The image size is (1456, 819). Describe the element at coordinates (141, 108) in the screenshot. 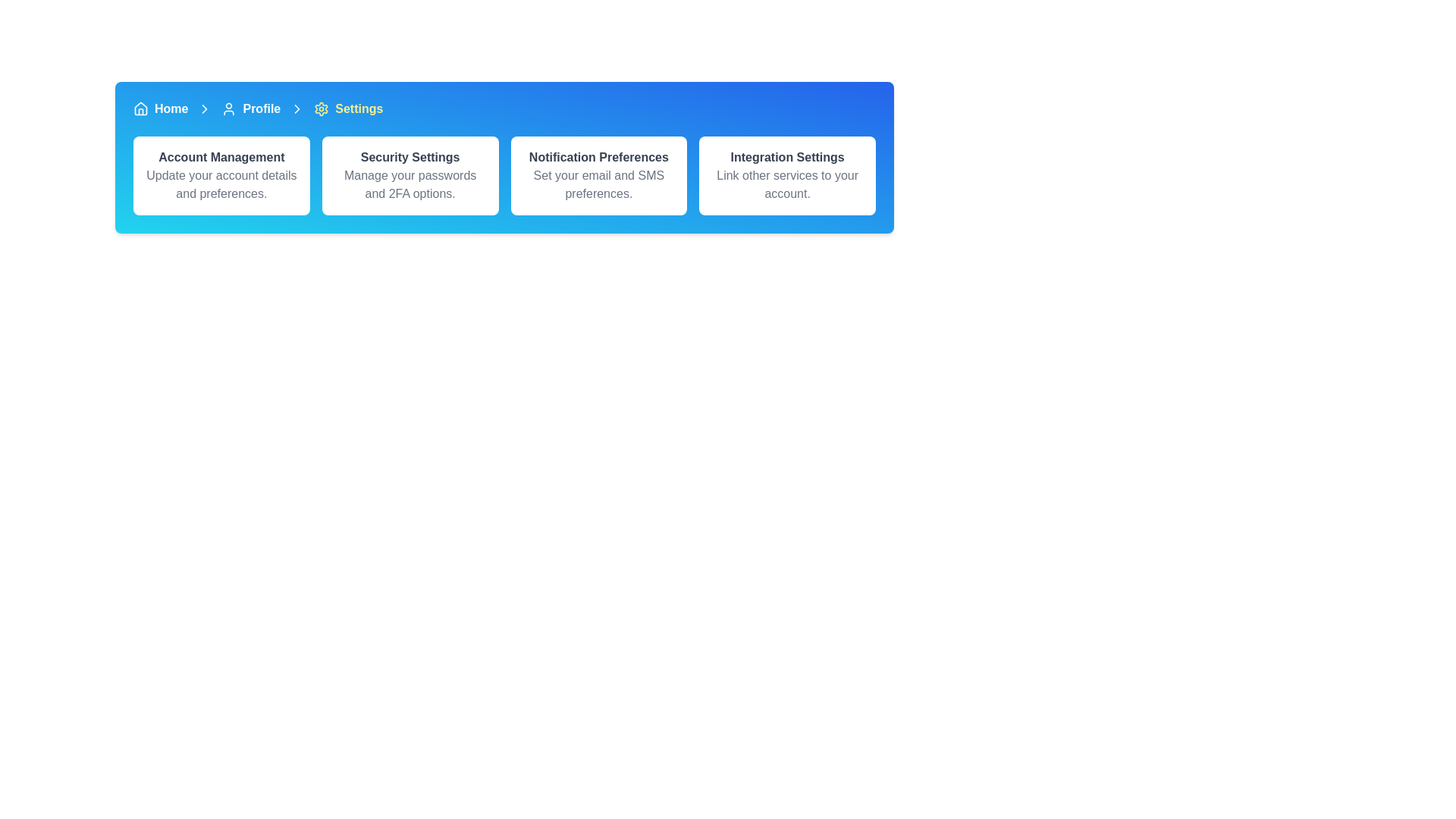

I see `the small house-shaped SVG icon at the top left of the navigation bar` at that location.